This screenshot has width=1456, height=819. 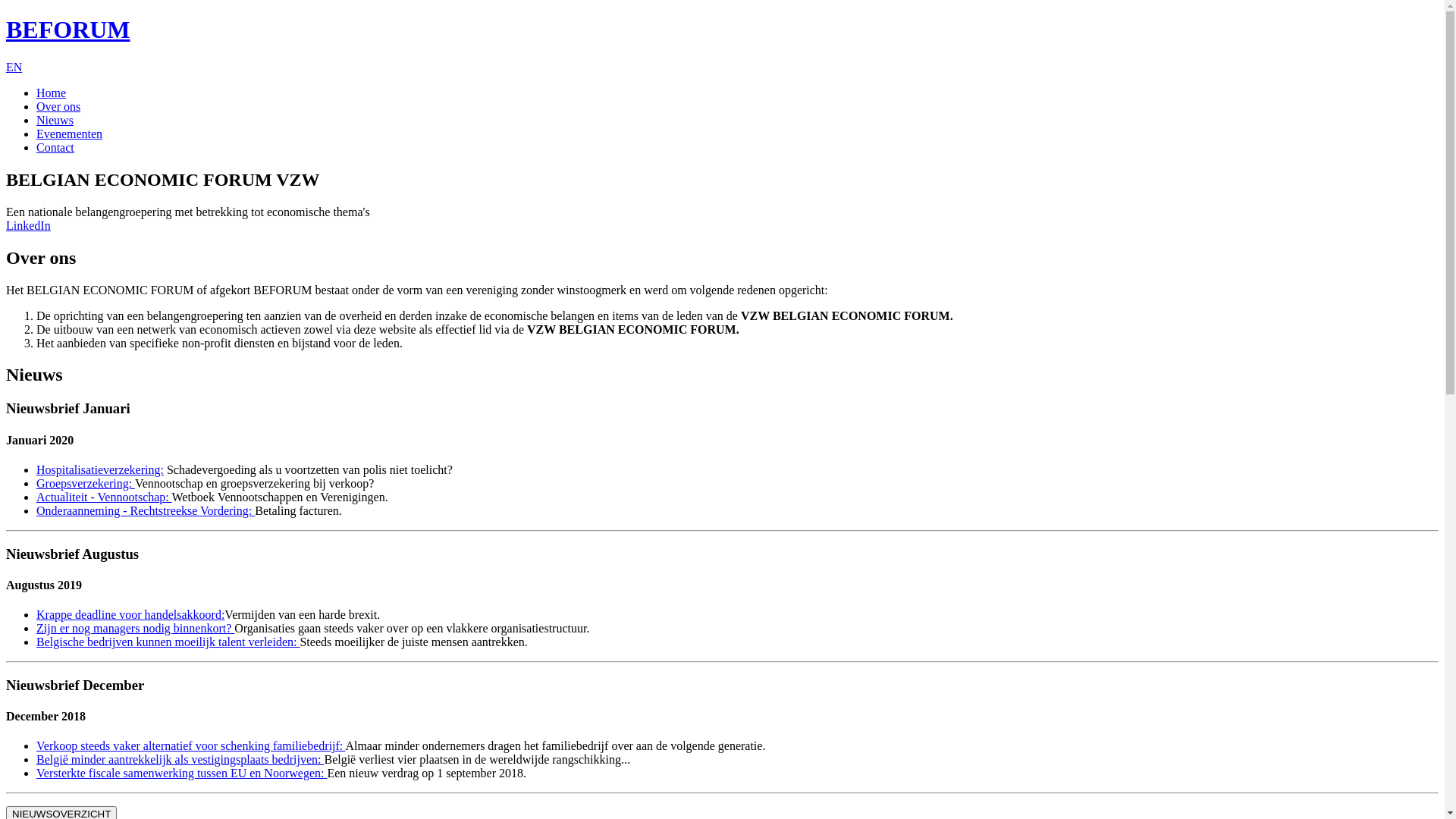 What do you see at coordinates (58, 105) in the screenshot?
I see `'Over ons'` at bounding box center [58, 105].